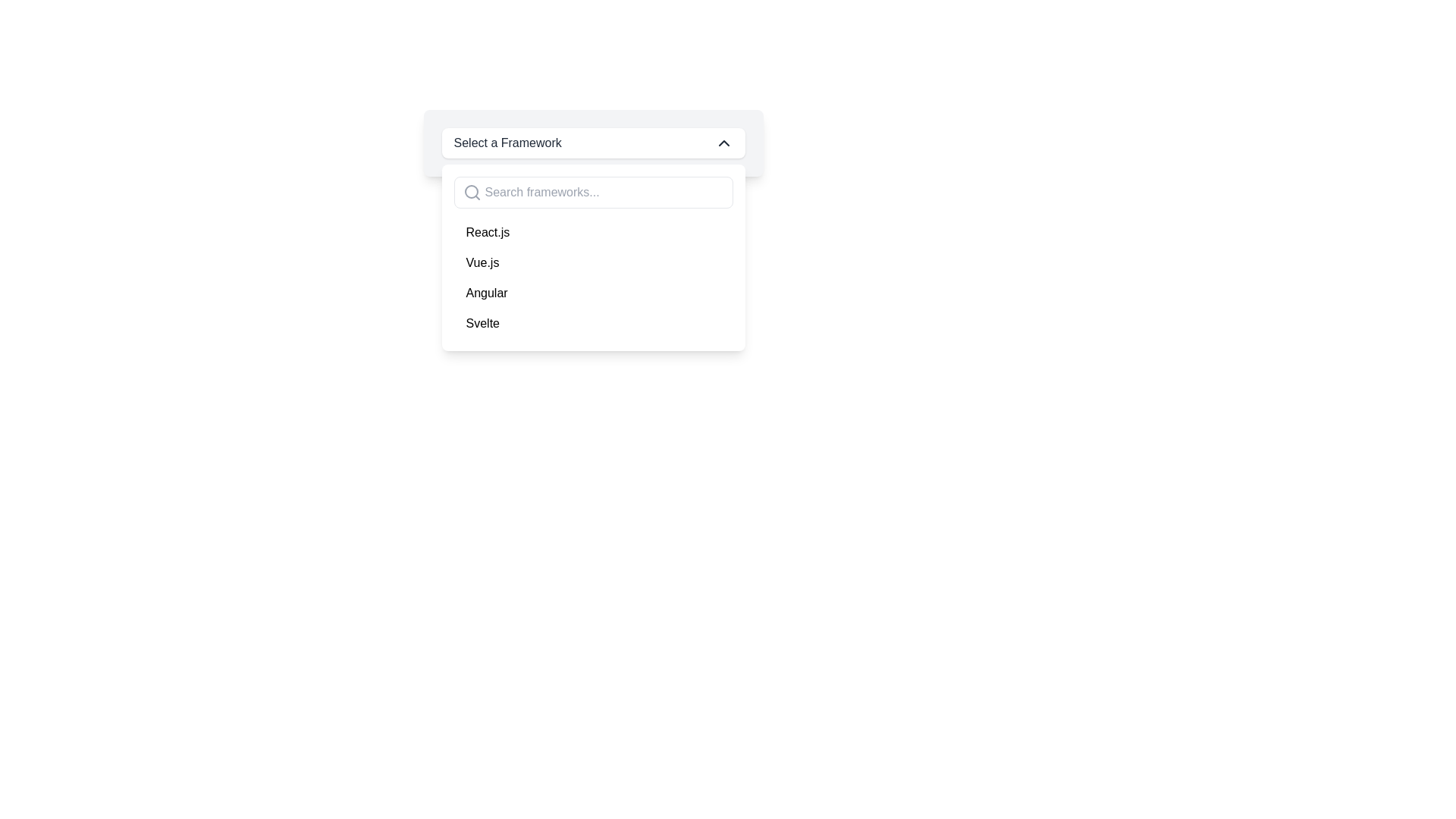 Image resolution: width=1456 pixels, height=819 pixels. I want to click on the 'Angular' option in the dropdown menu, which is the third item below the 'Select a Framework' title, located between 'Vue.js' and 'Svelte', so click(592, 293).